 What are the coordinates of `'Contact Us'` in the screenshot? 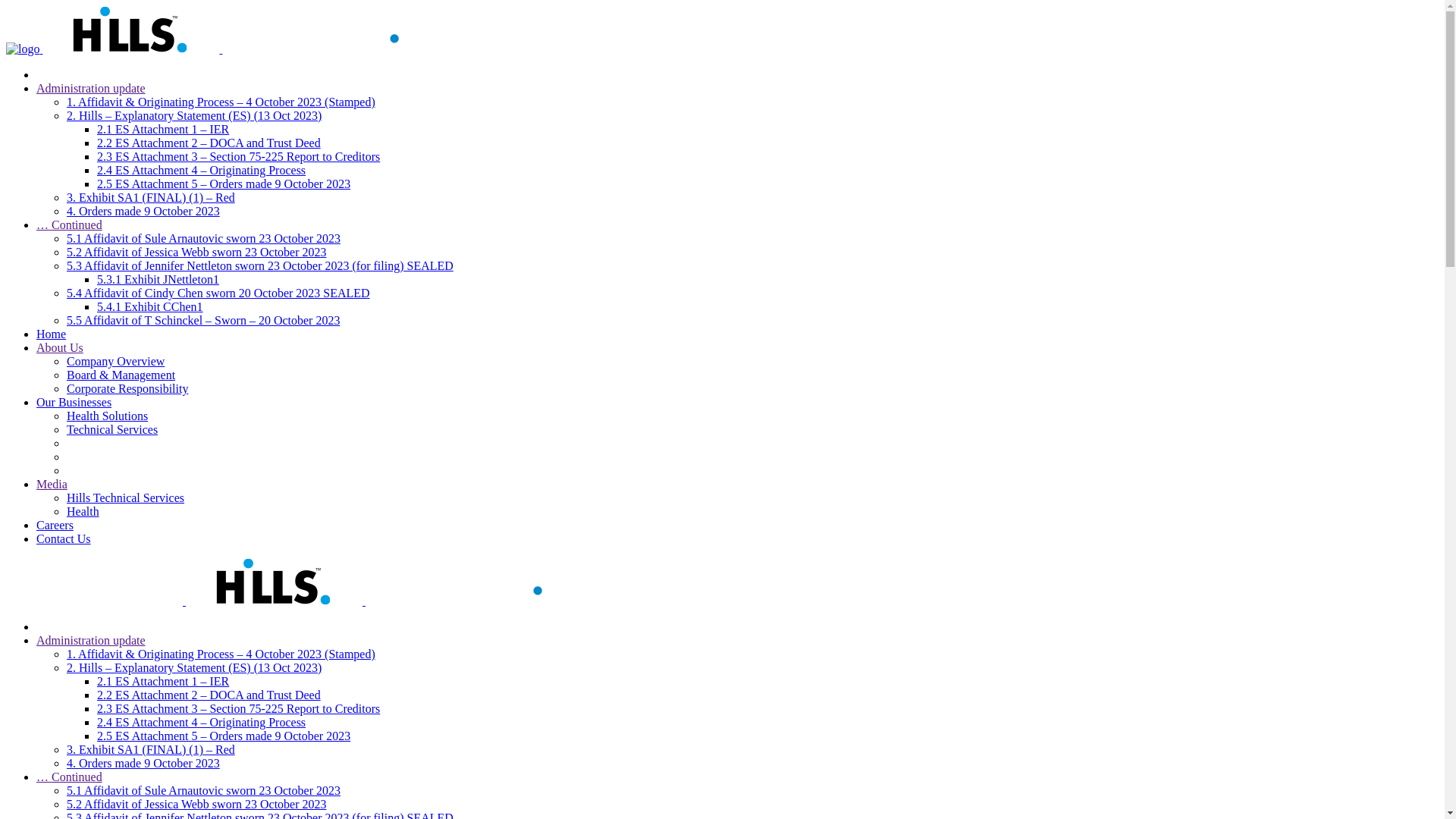 It's located at (36, 538).